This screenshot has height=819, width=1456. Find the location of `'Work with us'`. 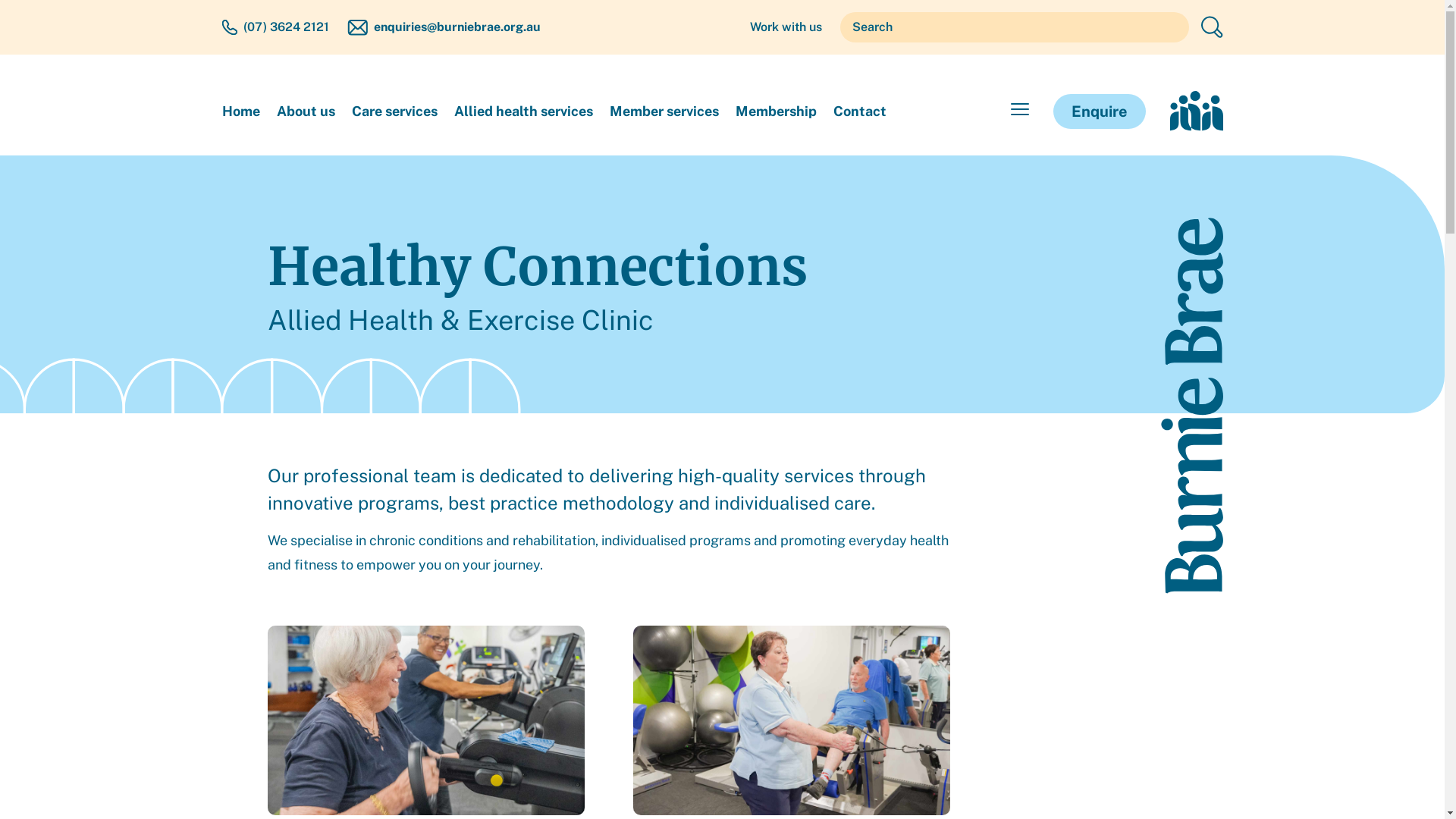

'Work with us' is located at coordinates (749, 27).